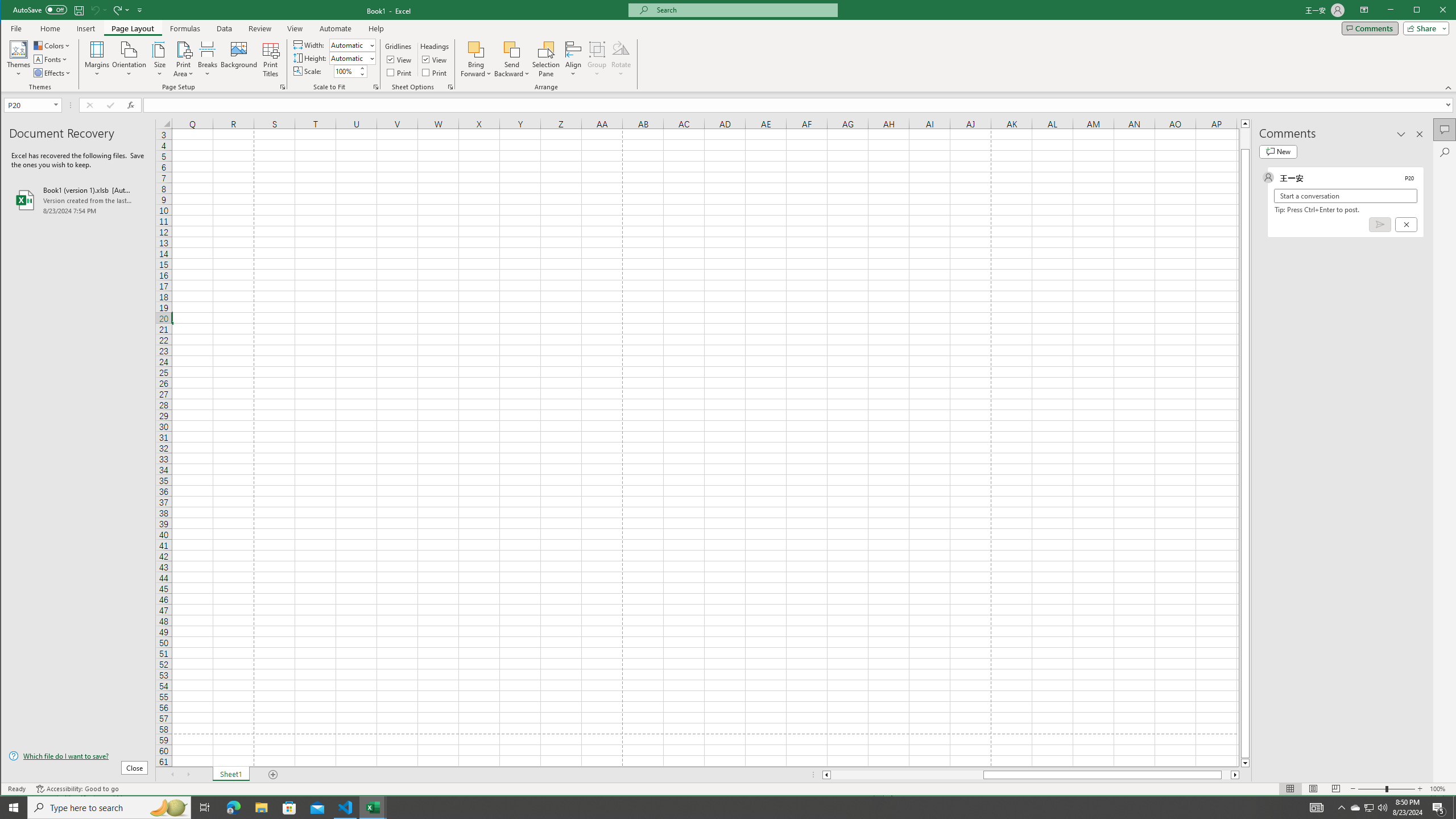 This screenshot has height=819, width=1456. Describe the element at coordinates (449, 87) in the screenshot. I see `'Sheet Options'` at that location.